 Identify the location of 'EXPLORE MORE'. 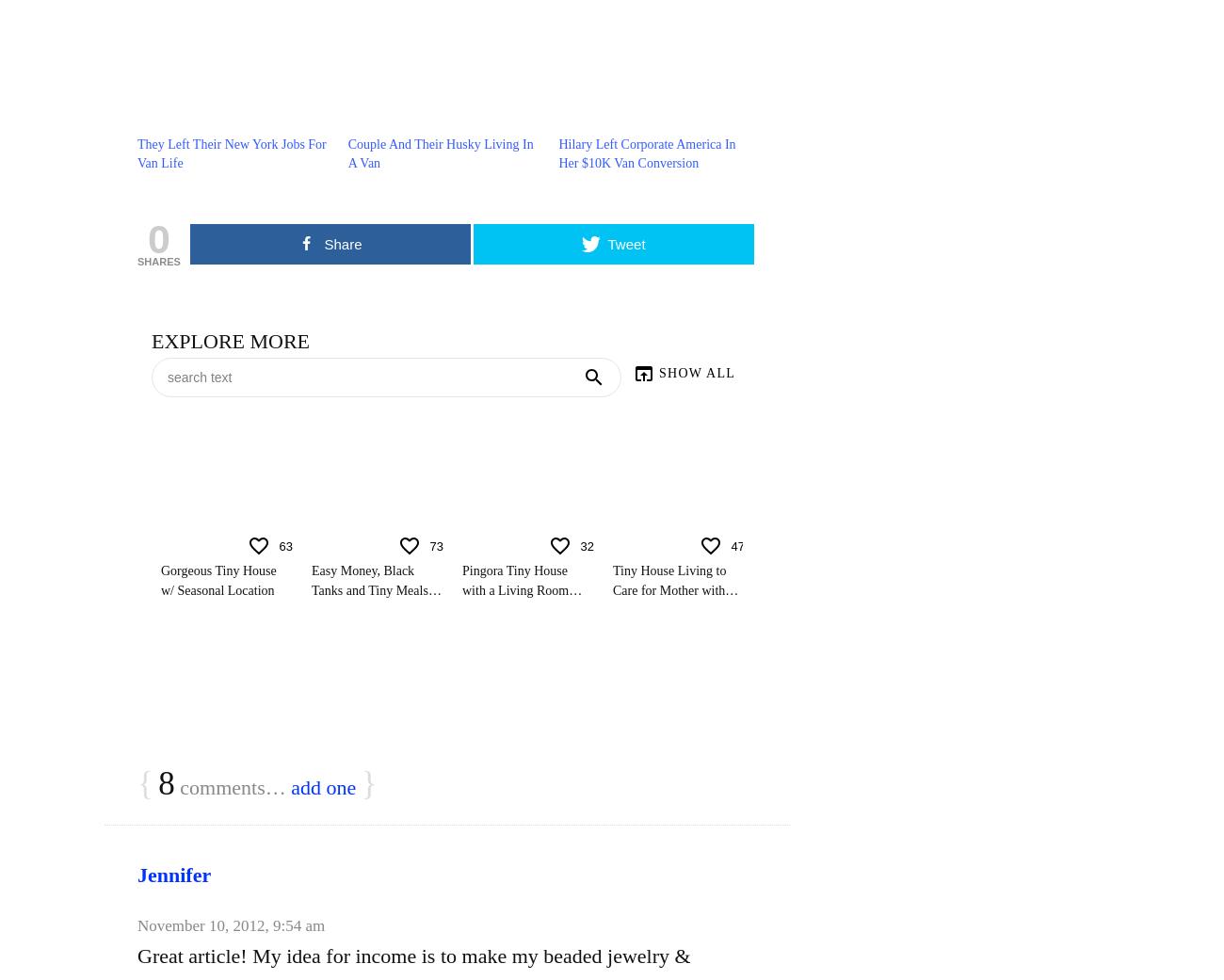
(230, 341).